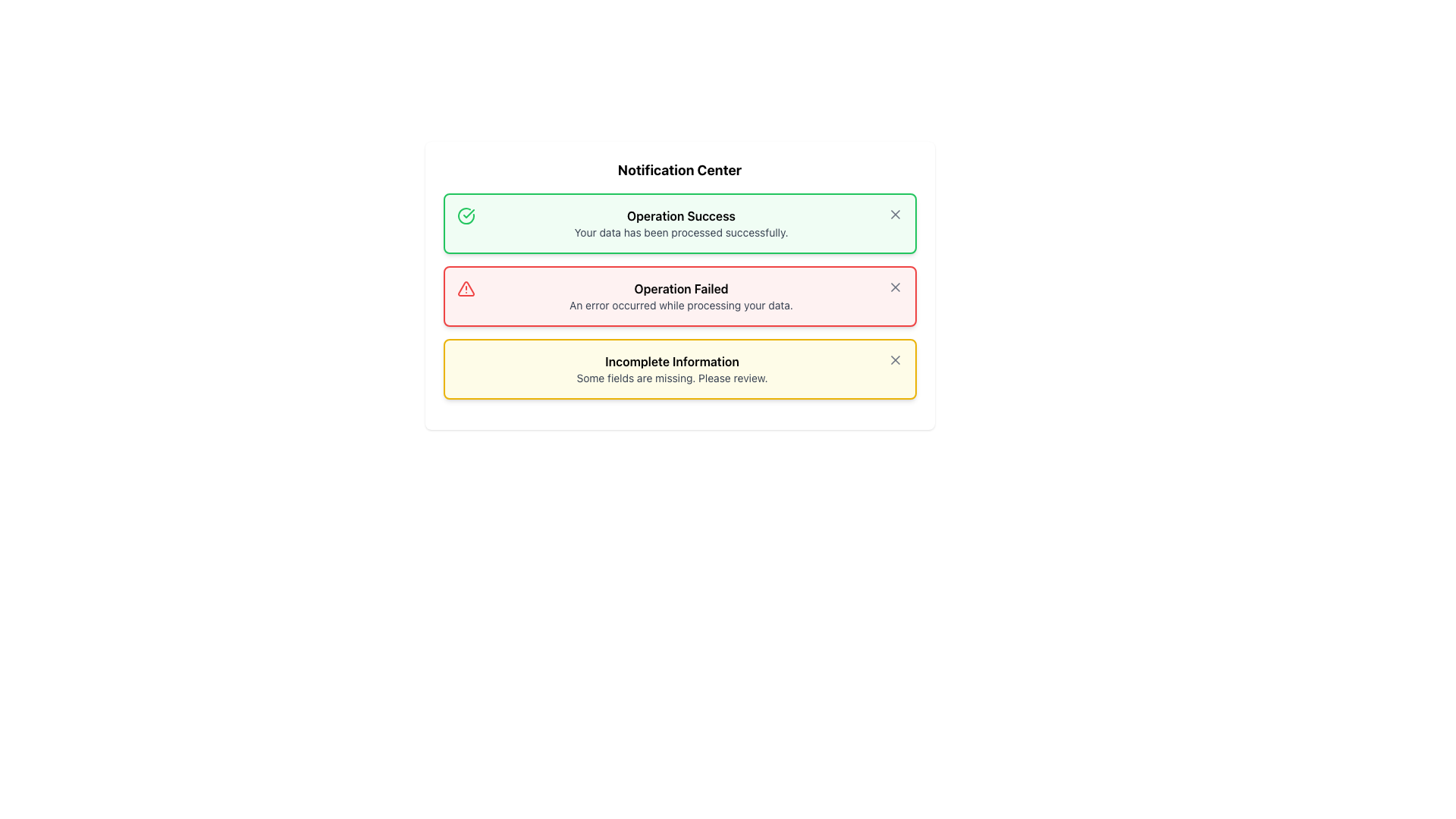  What do you see at coordinates (680, 223) in the screenshot?
I see `informational text from the notification block indicating that the operation was successful, located in the topmost green notification box within the Notification Center` at bounding box center [680, 223].